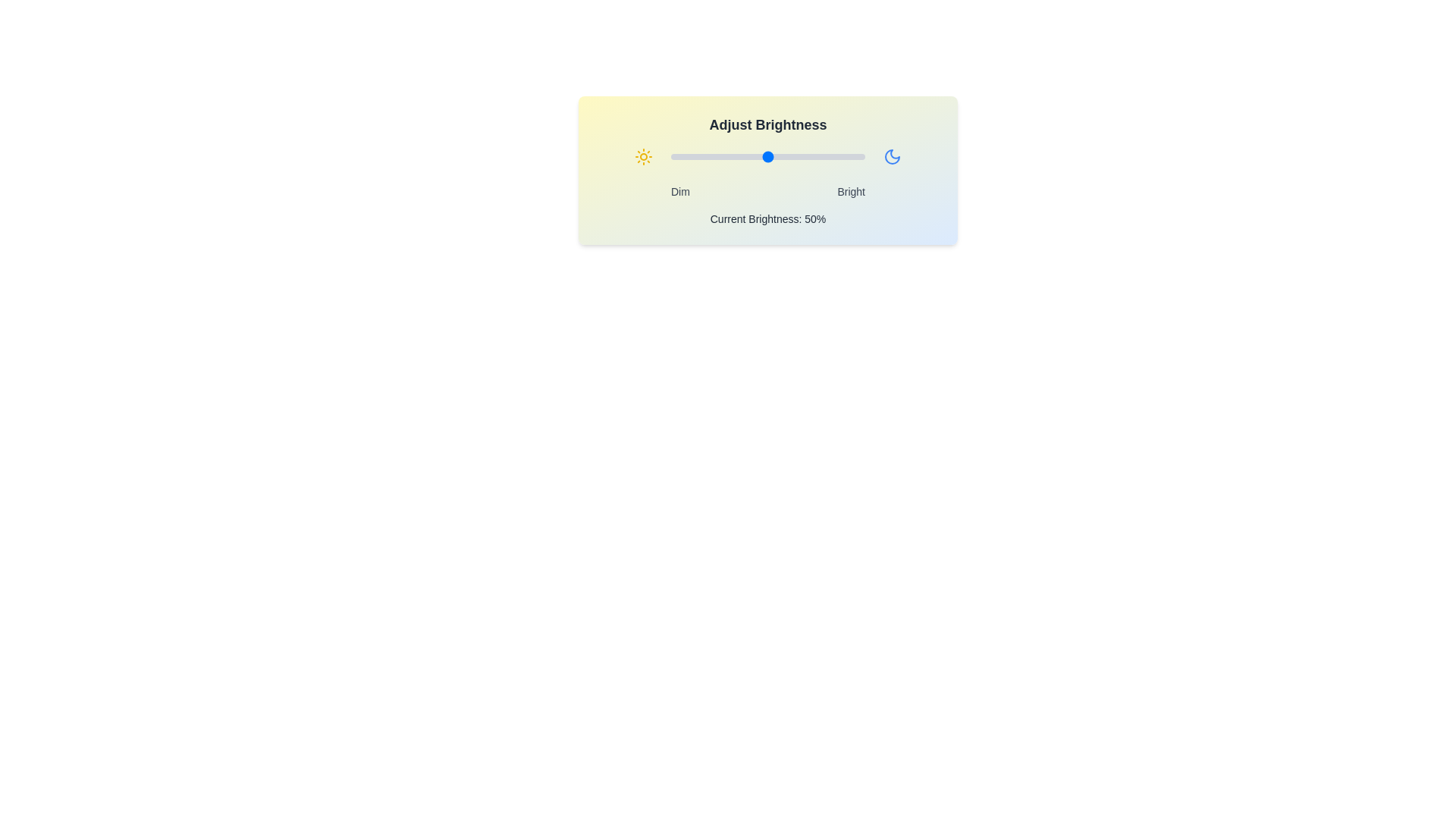 This screenshot has height=819, width=1456. Describe the element at coordinates (810, 157) in the screenshot. I see `the brightness to 72% by interacting with the slider` at that location.